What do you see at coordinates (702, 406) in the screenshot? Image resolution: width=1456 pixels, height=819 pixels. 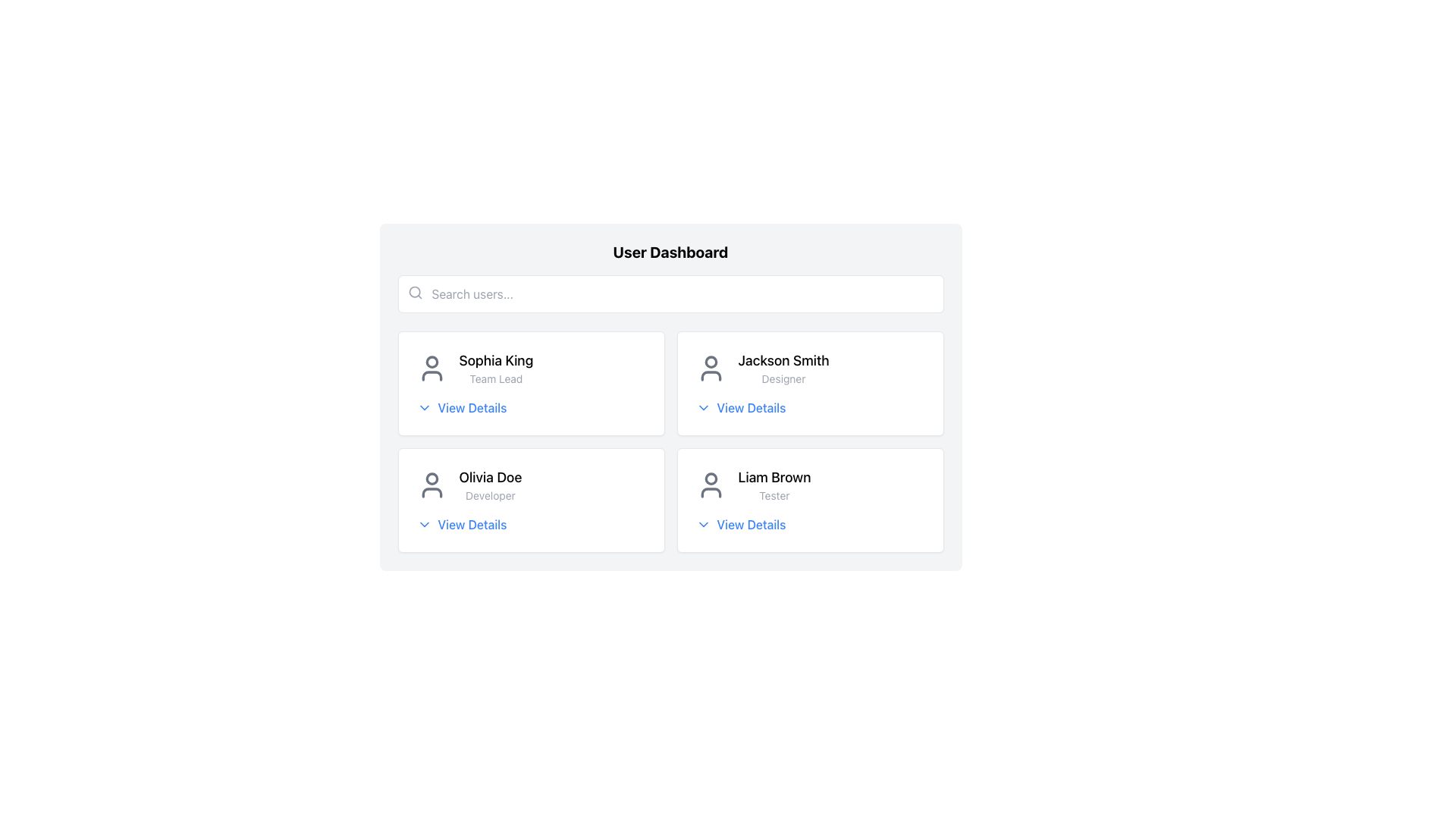 I see `the downward-pointing chevron icon associated with the 'View Details' link for the 'Jackson Smith' card, located in the upper-right quadrant of the interface` at bounding box center [702, 406].